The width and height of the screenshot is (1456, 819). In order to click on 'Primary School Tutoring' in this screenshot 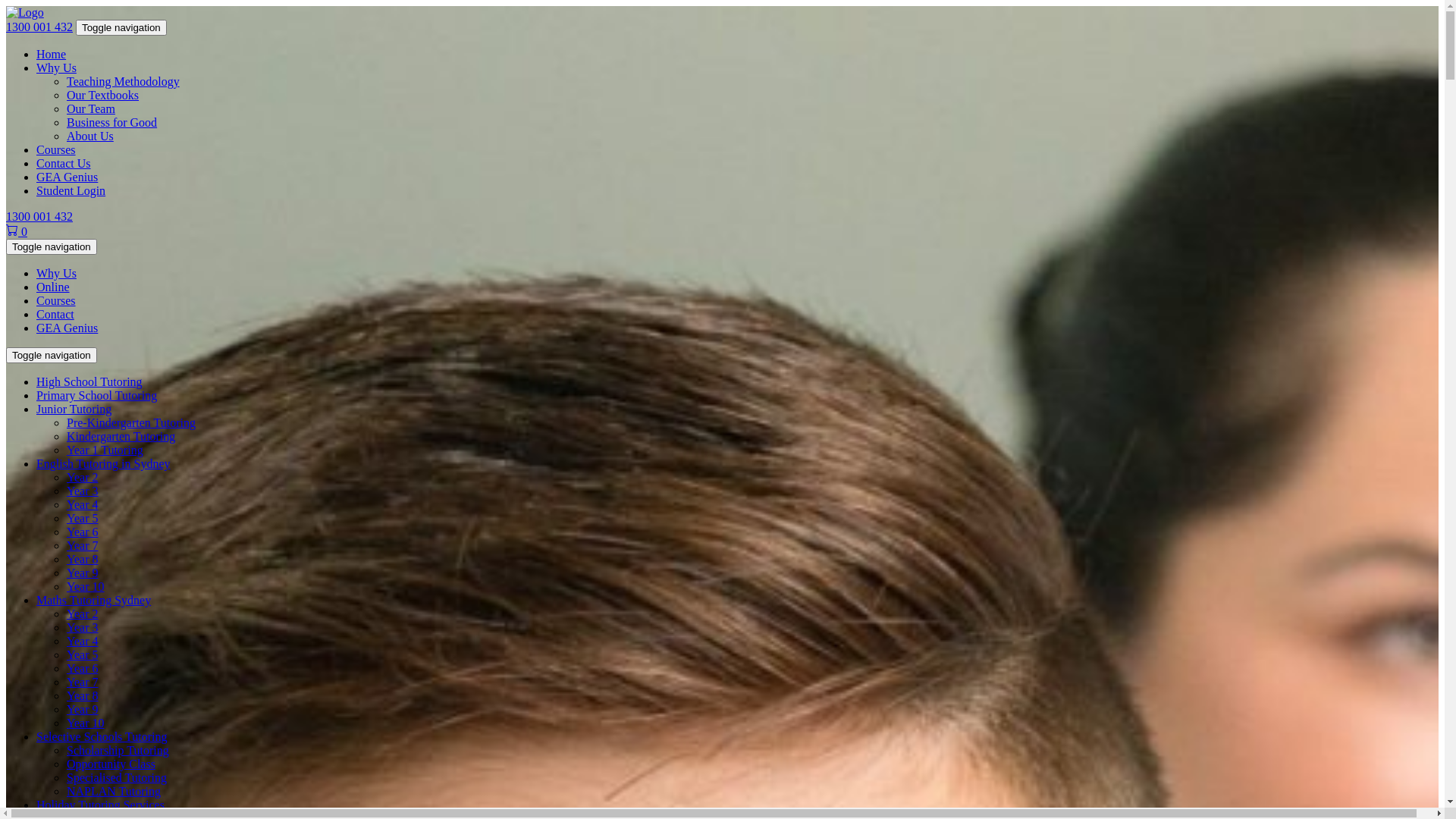, I will do `click(96, 394)`.